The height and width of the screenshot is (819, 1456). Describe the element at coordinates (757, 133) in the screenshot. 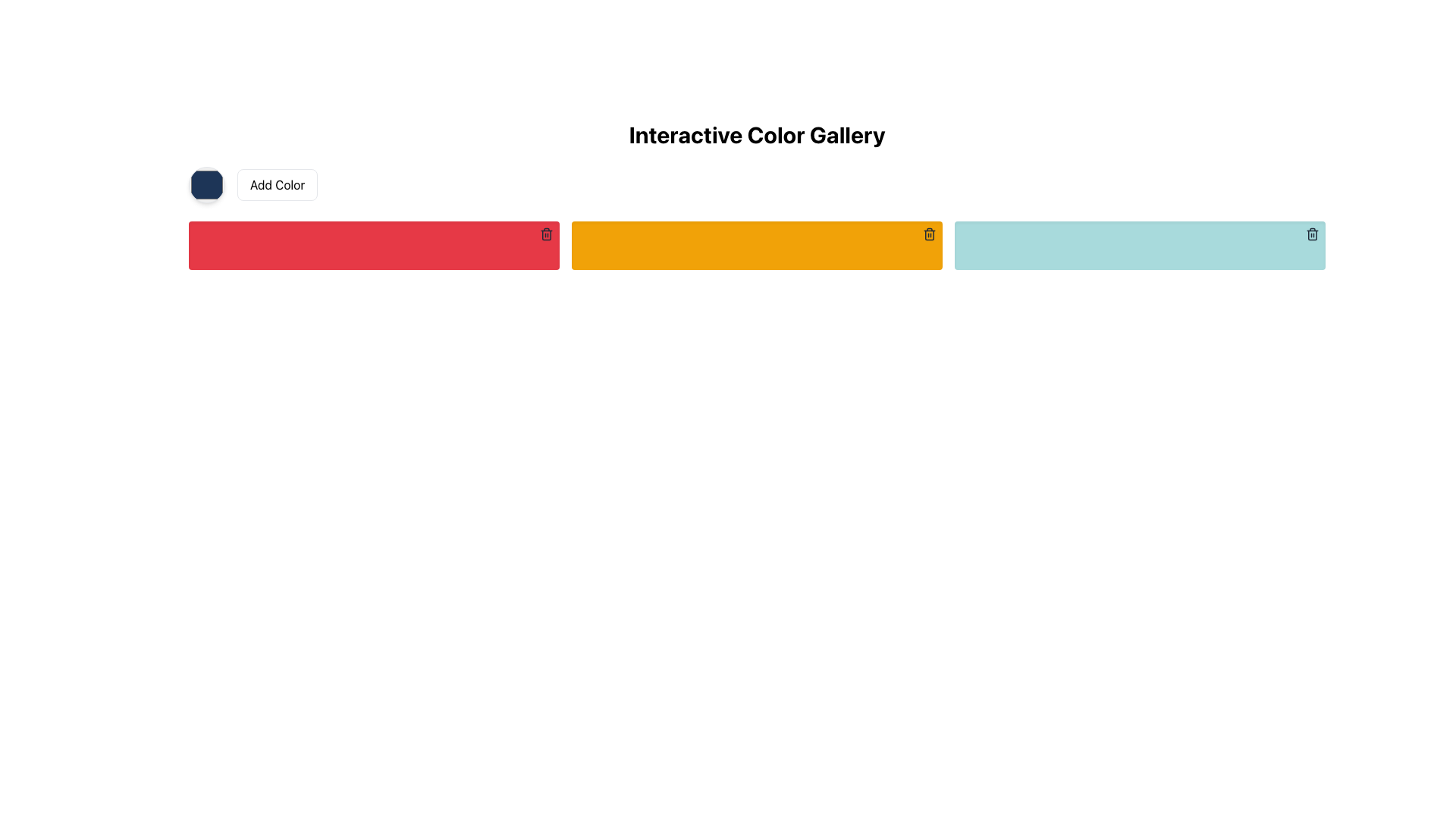

I see `the text element 'Interactive Color Gallery' displayed in bold at the top center of the interface, which is the title of the section` at that location.